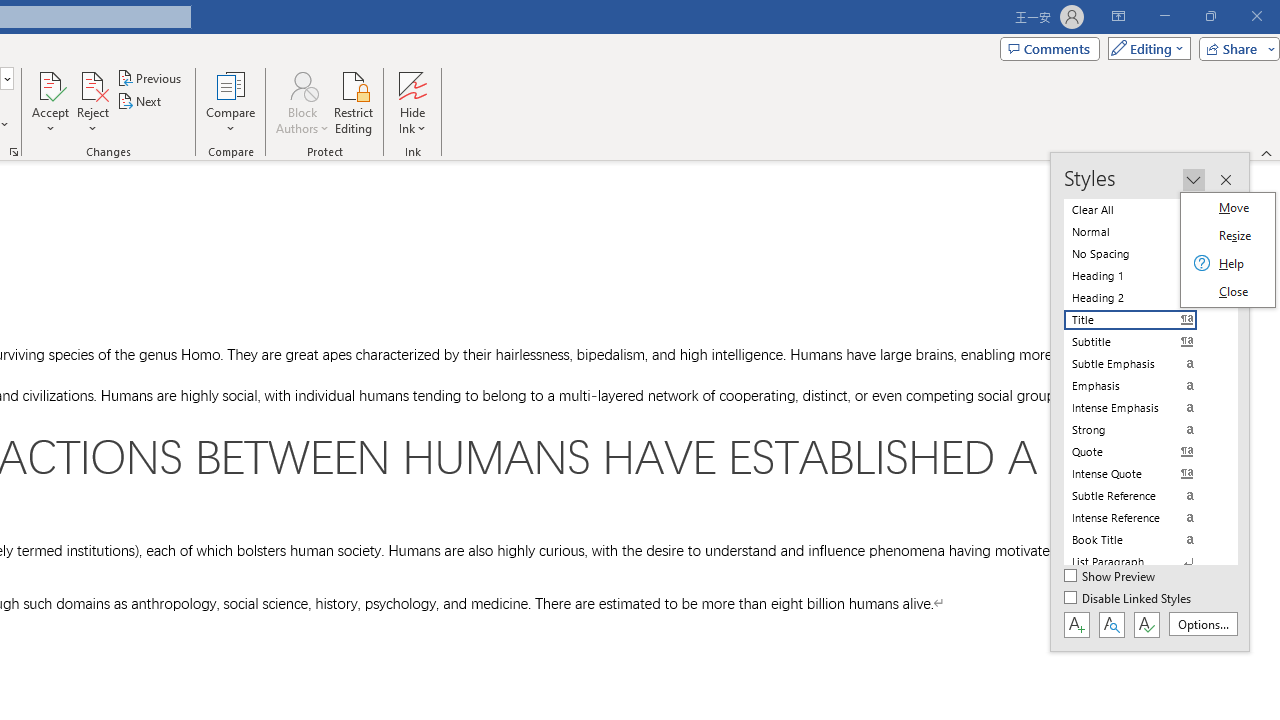 The image size is (1280, 720). I want to click on 'Hide Ink', so click(411, 84).